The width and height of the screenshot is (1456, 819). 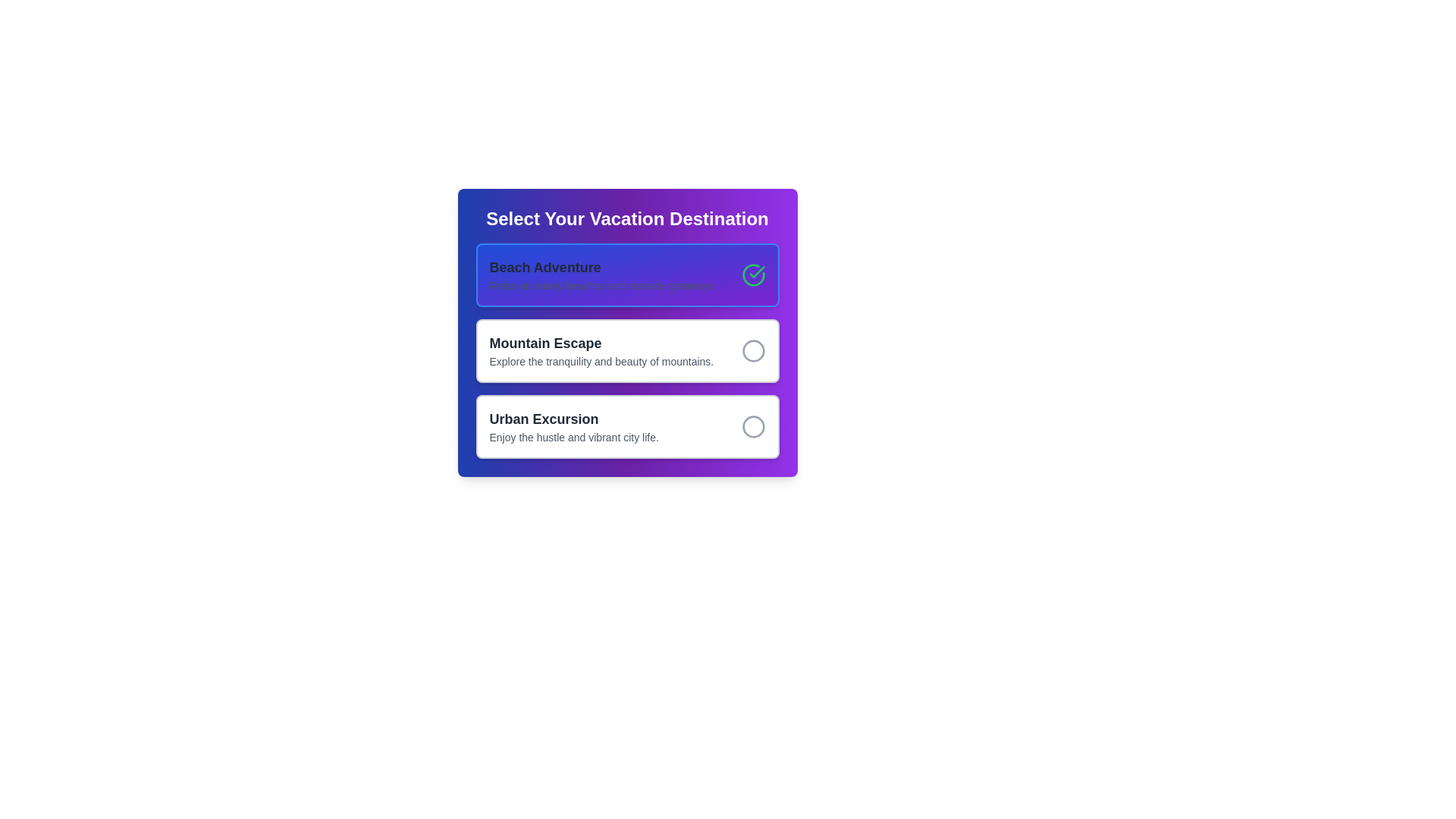 What do you see at coordinates (753, 275) in the screenshot?
I see `the green circular checkmark icon located at the top-right corner of the 'Beach Adventure' option to deselect it` at bounding box center [753, 275].